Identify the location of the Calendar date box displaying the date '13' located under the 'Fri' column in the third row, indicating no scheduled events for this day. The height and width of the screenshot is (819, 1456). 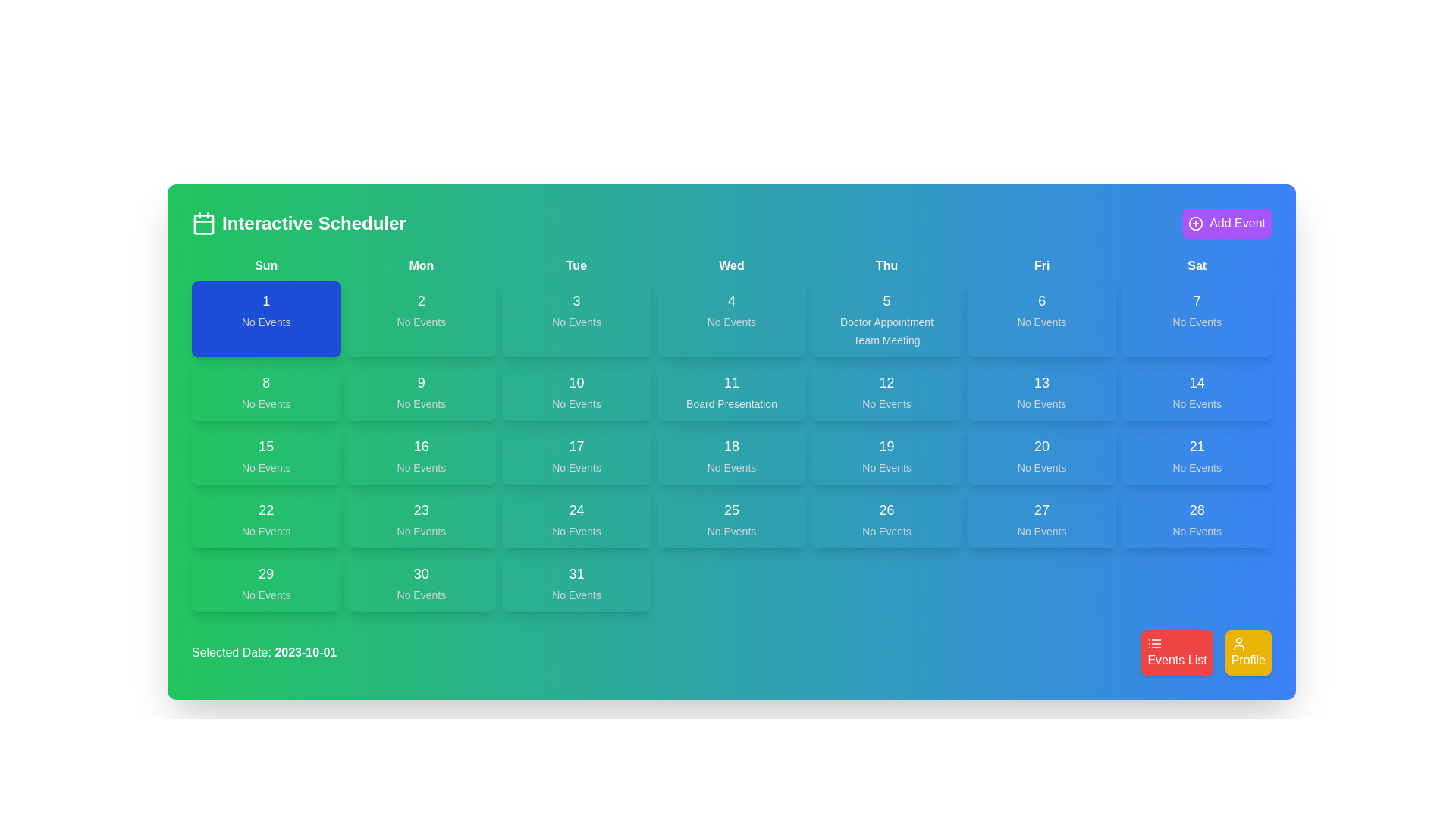
(1041, 391).